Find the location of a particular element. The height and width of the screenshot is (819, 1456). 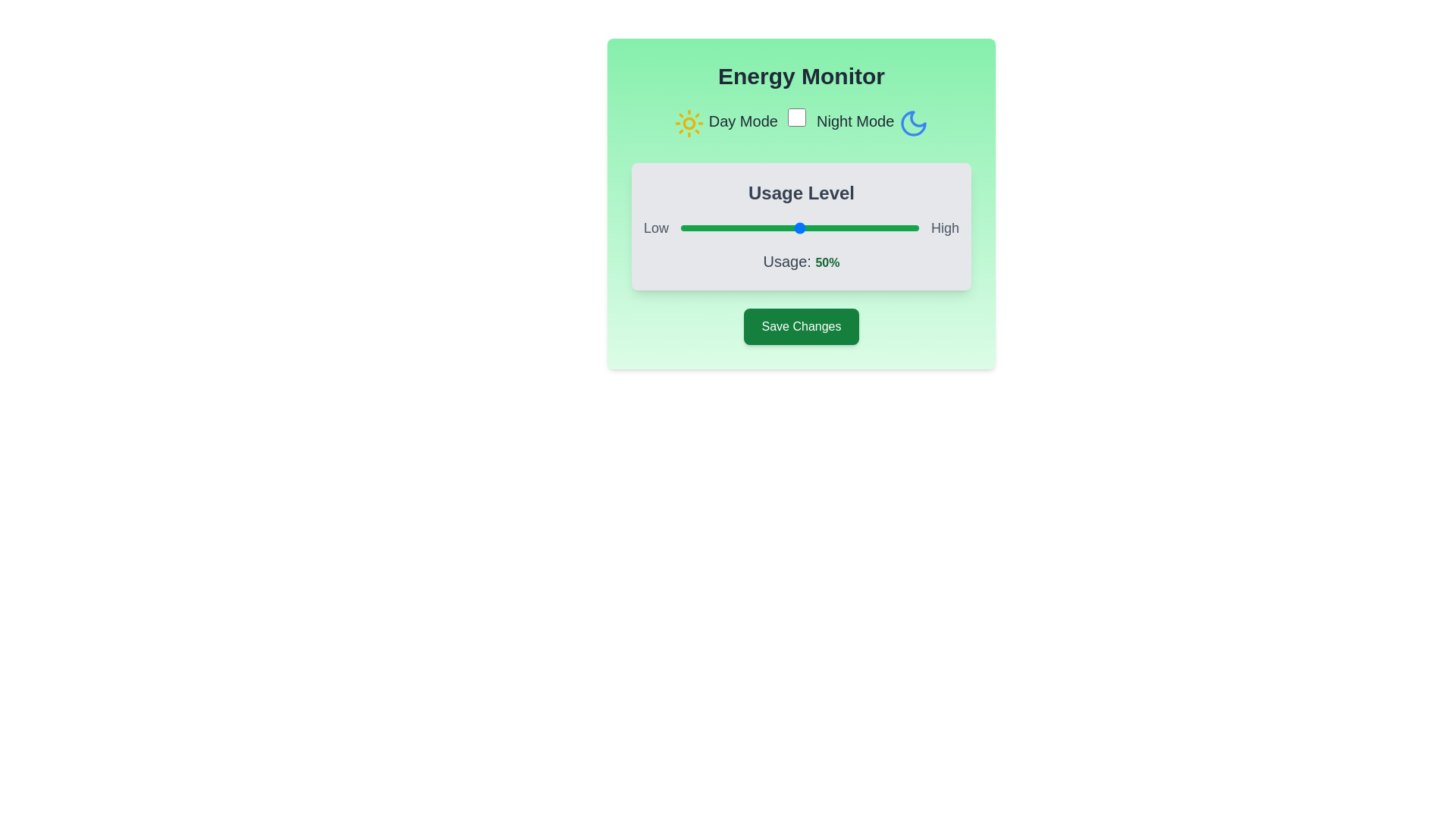

the slider is located at coordinates (849, 227).